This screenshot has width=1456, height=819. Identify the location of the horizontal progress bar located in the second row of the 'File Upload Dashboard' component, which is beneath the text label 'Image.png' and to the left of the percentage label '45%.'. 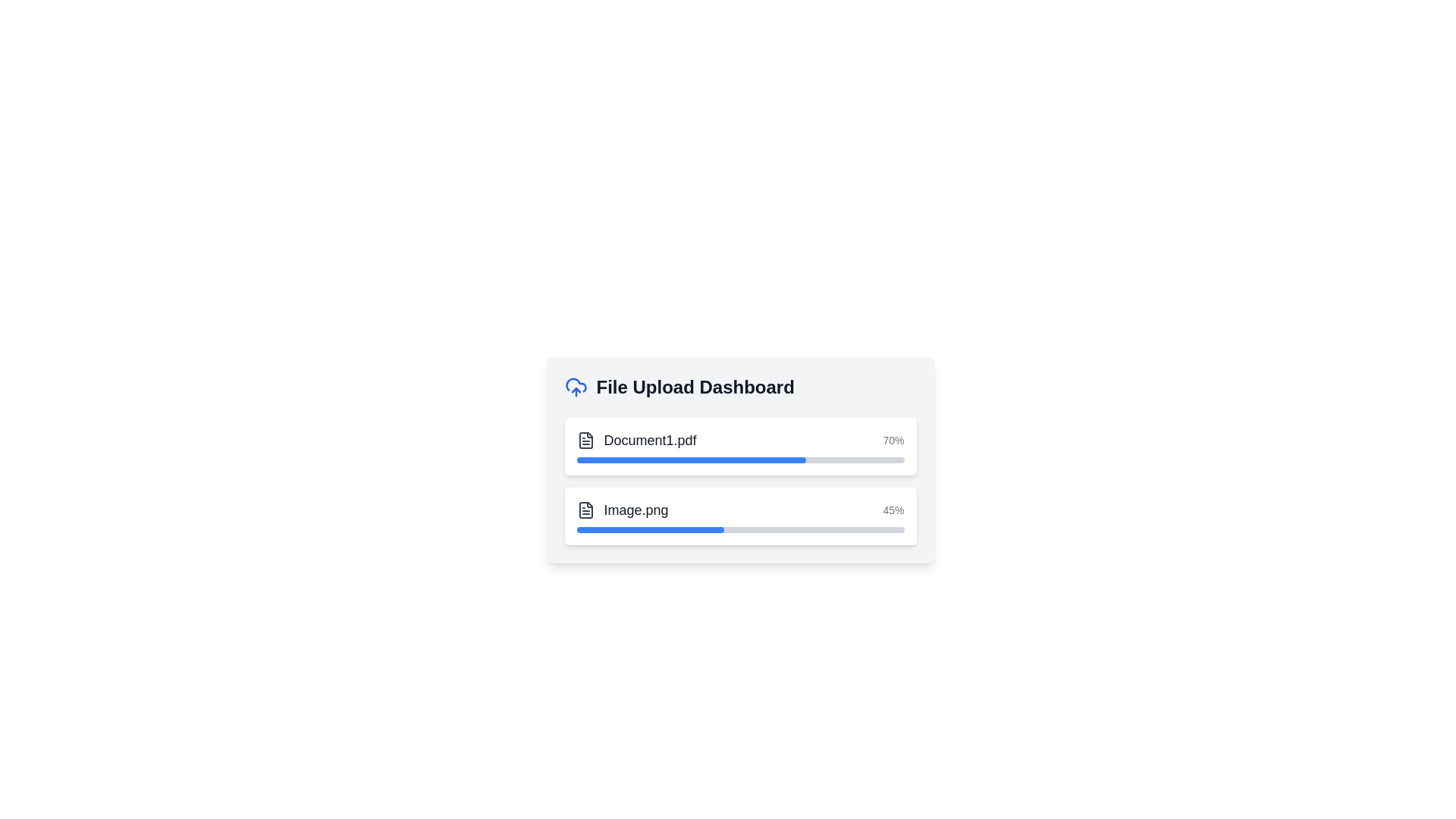
(740, 529).